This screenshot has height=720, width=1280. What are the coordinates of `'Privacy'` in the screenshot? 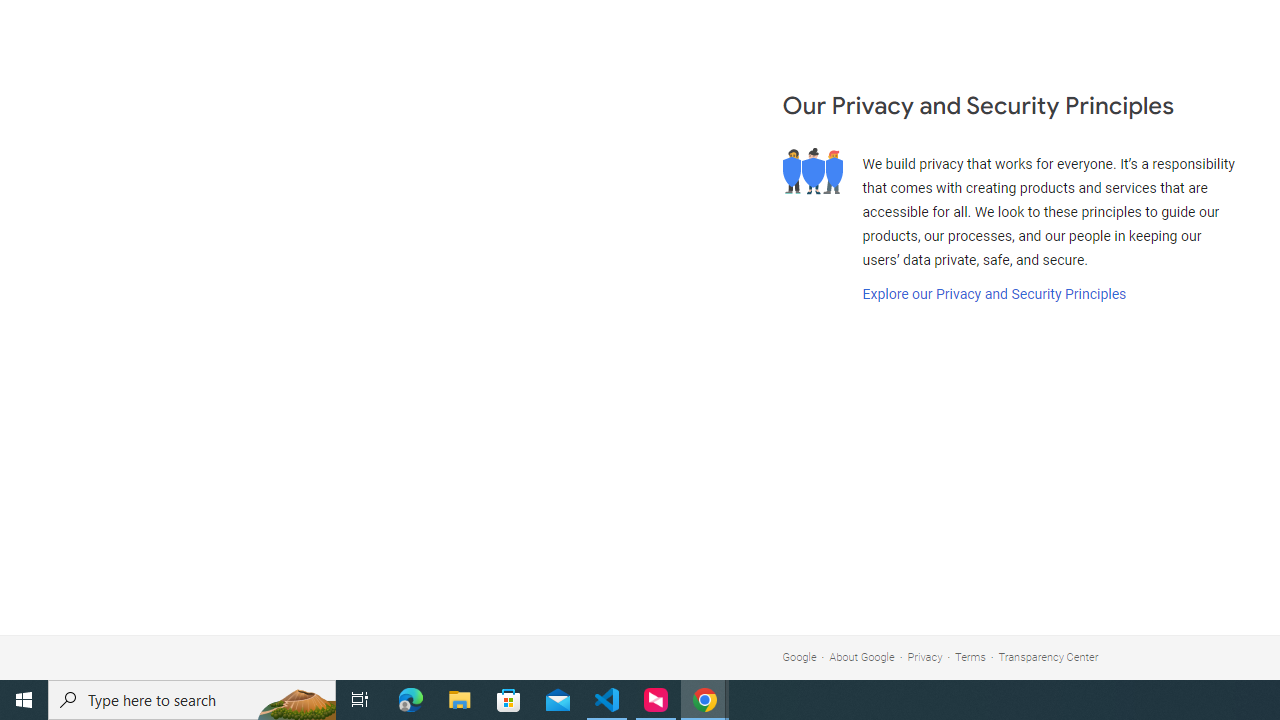 It's located at (924, 657).